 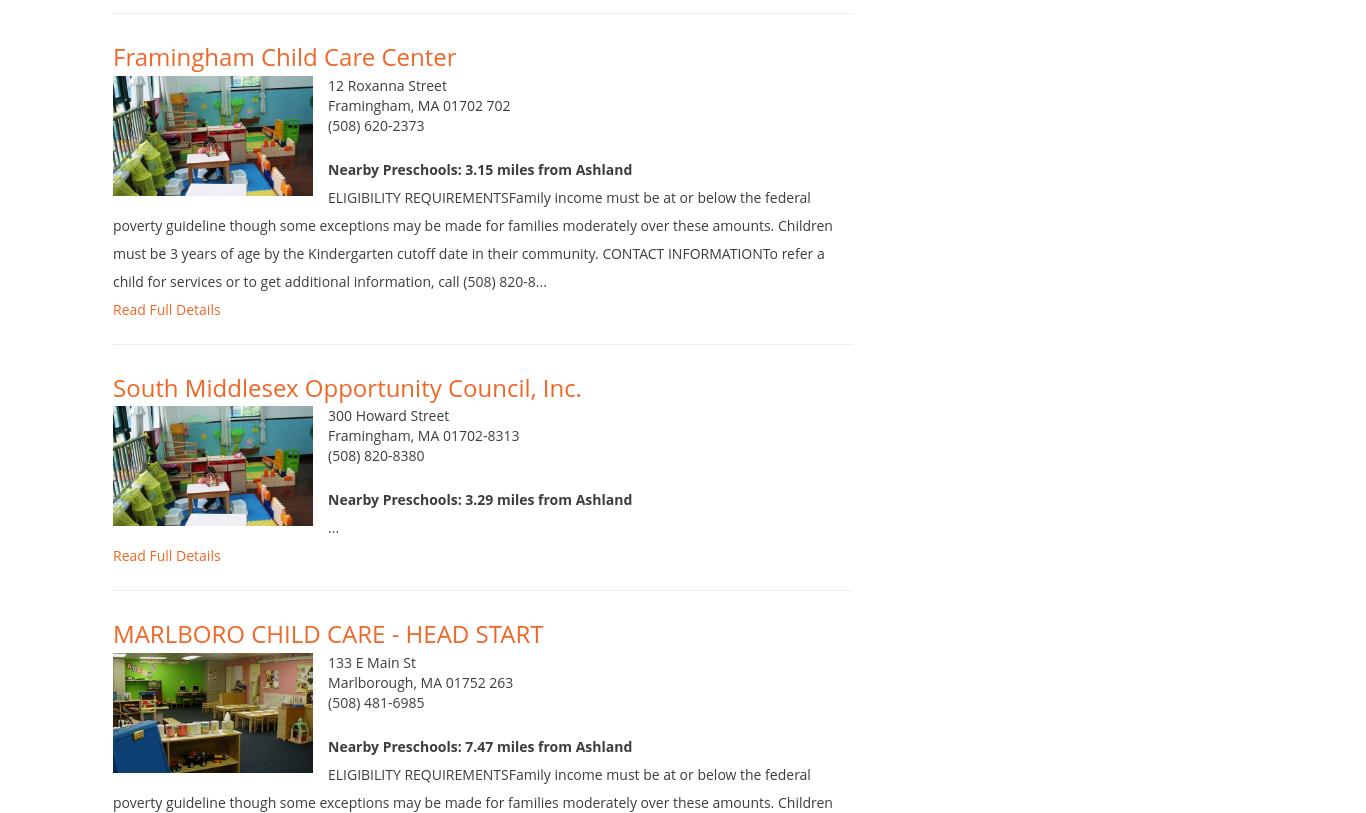 What do you see at coordinates (480, 776) in the screenshot?
I see `'Nearby Preschools: 7.47 miles from Ashland'` at bounding box center [480, 776].